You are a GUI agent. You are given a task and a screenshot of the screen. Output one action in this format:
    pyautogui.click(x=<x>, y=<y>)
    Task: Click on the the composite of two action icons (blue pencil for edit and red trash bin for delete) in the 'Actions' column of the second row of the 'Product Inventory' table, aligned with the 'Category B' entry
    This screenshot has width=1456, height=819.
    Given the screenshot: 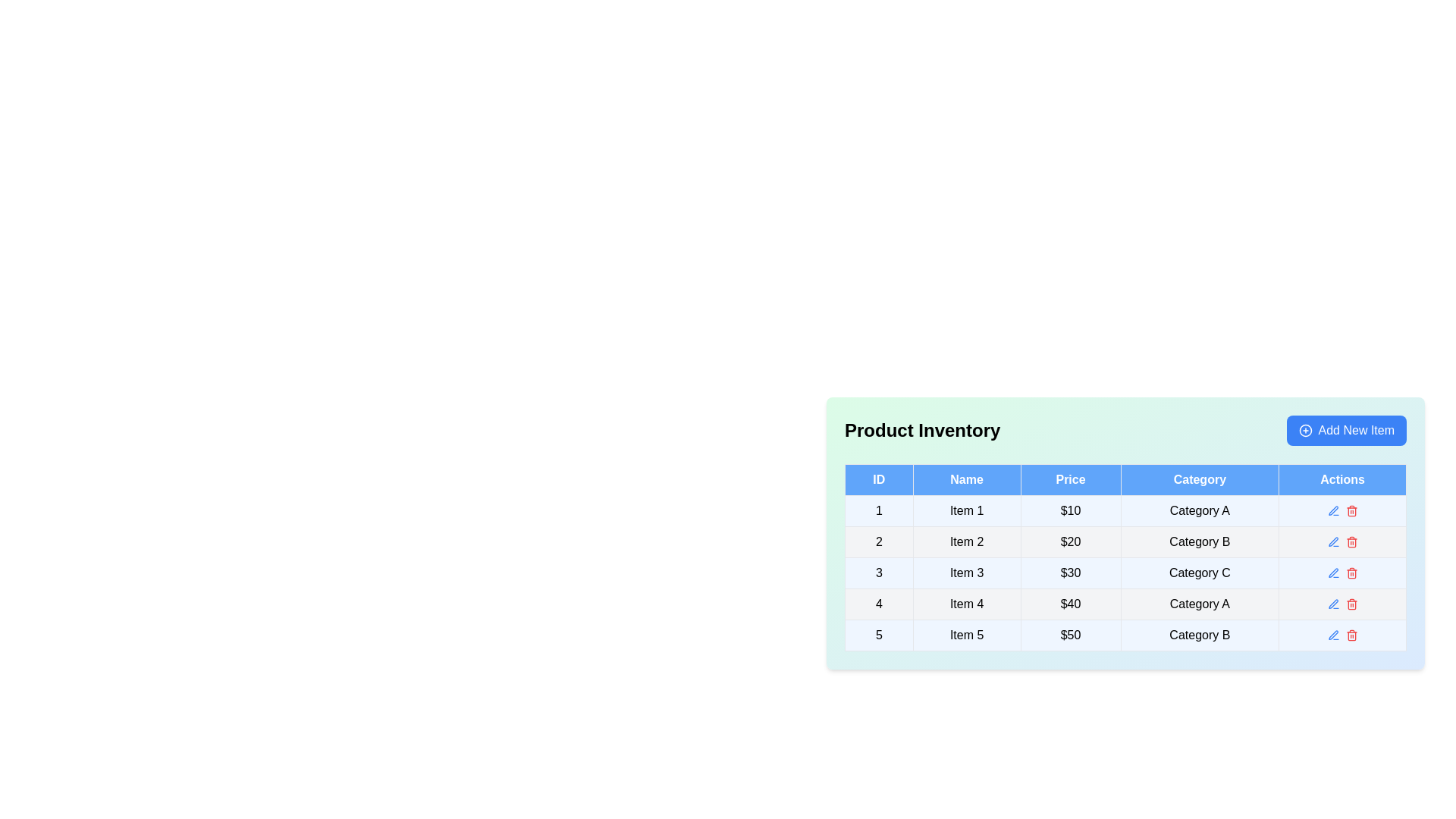 What is the action you would take?
    pyautogui.click(x=1342, y=541)
    